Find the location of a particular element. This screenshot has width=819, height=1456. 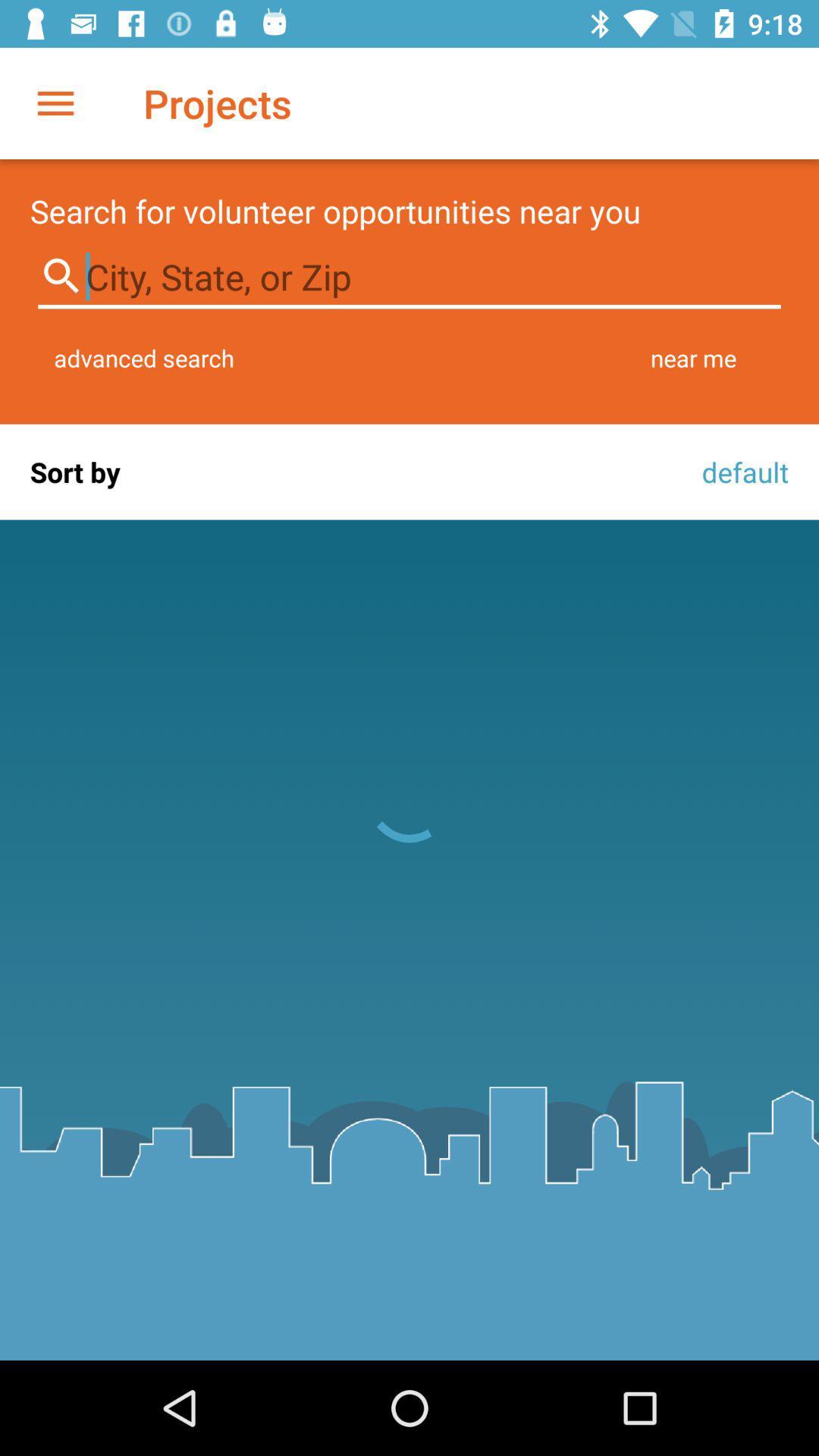

icon above the default item is located at coordinates (693, 357).